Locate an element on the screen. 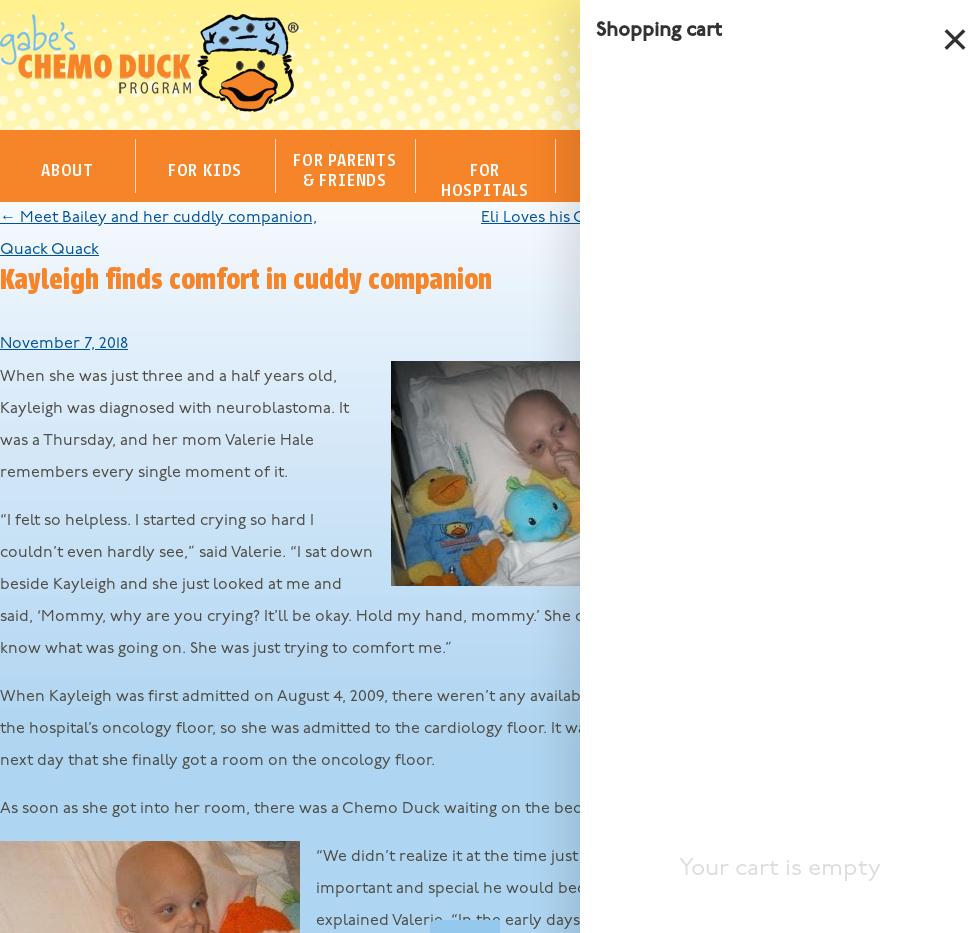 The width and height of the screenshot is (971, 933). 'May 2019' is located at coordinates (763, 653).